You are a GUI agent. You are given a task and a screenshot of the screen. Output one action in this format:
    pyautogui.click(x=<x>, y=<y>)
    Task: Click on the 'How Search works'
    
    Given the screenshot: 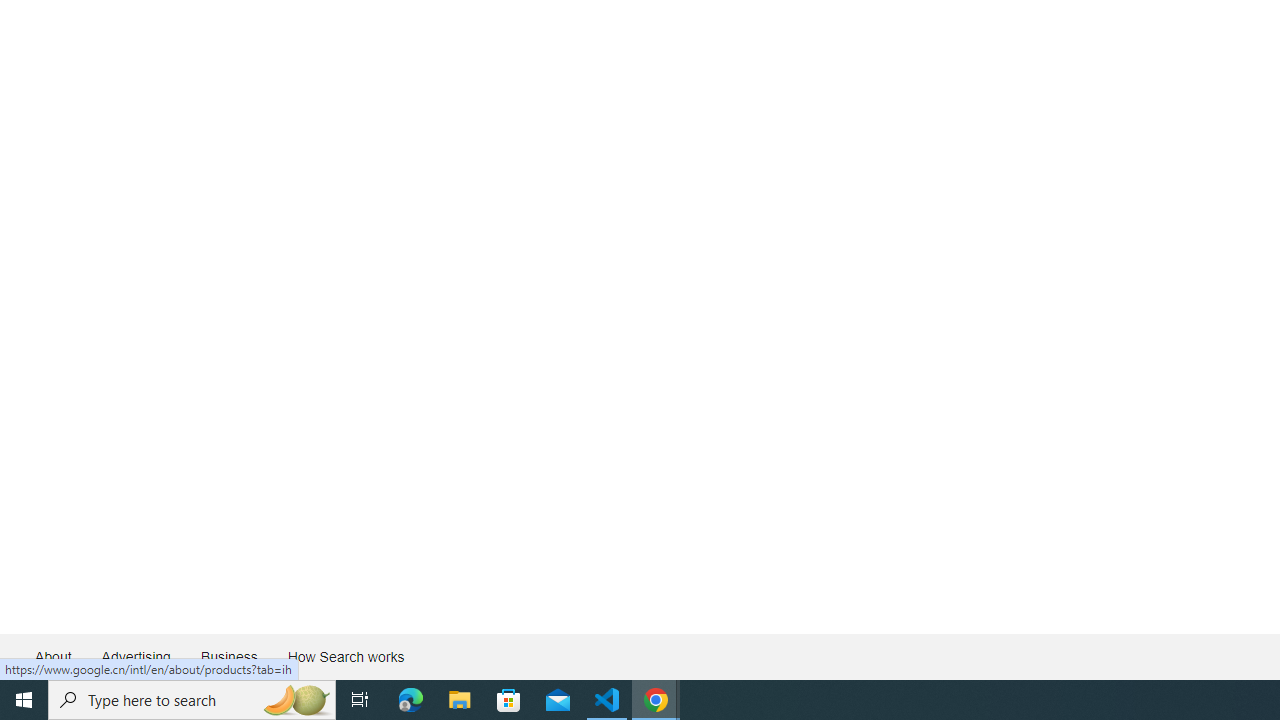 What is the action you would take?
    pyautogui.click(x=345, y=657)
    